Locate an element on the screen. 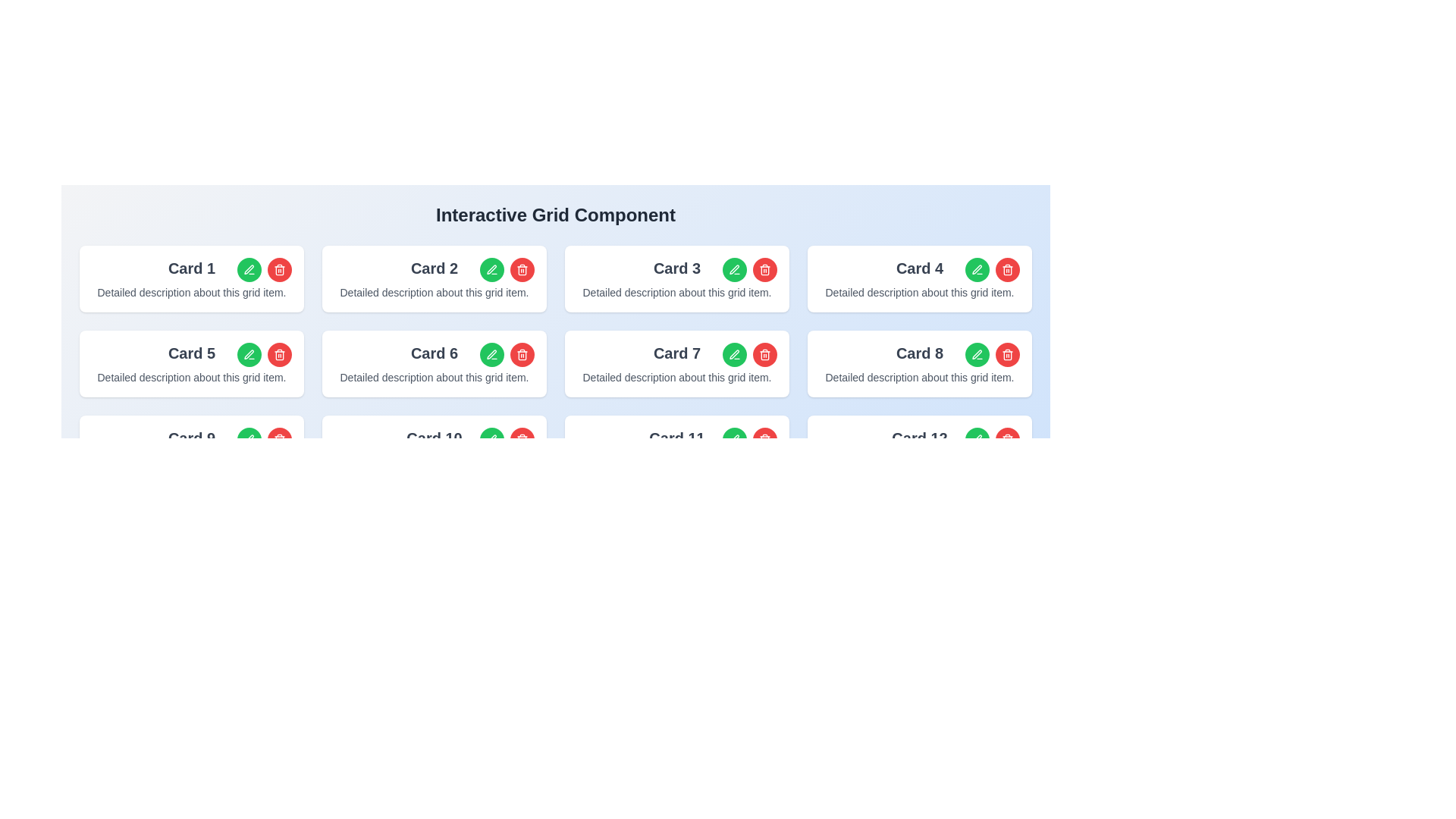 The height and width of the screenshot is (819, 1456). the delete button located in the top-right corner of 'Card 8' to initiate the deletion of the card is located at coordinates (1008, 354).